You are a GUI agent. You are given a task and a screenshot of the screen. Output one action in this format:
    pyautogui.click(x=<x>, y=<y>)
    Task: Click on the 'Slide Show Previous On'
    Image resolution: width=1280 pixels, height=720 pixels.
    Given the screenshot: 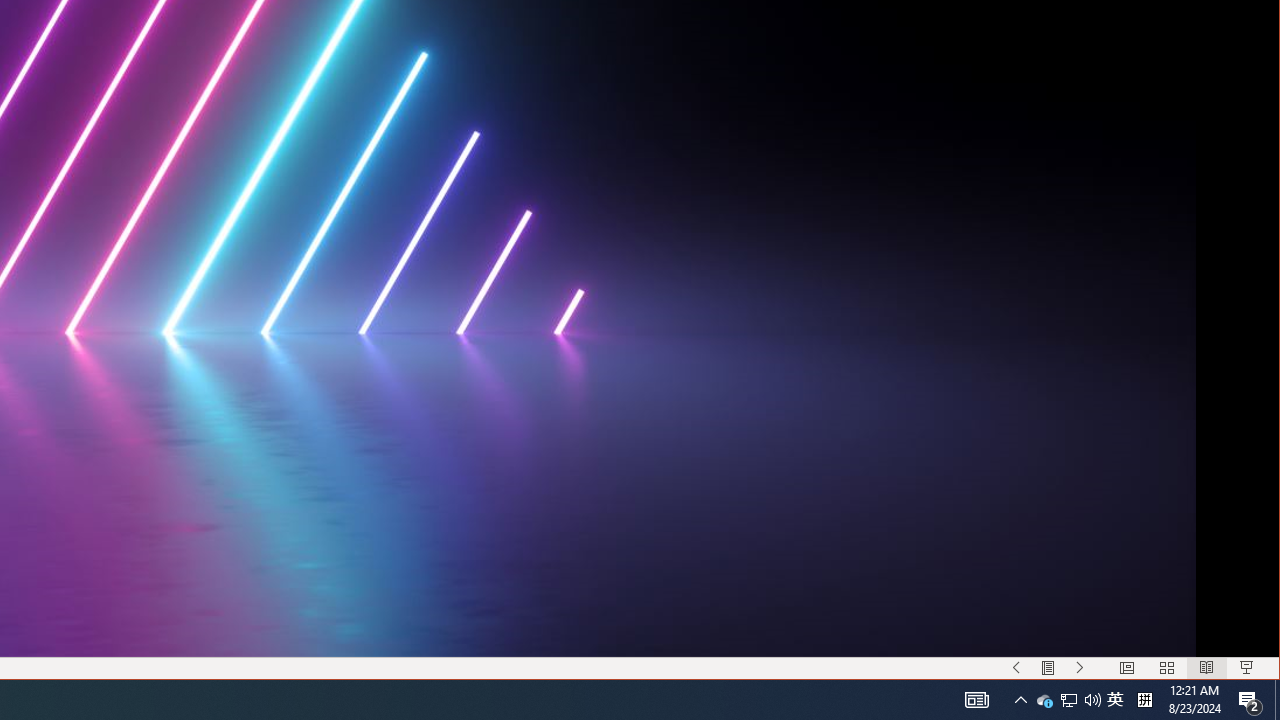 What is the action you would take?
    pyautogui.click(x=1016, y=668)
    